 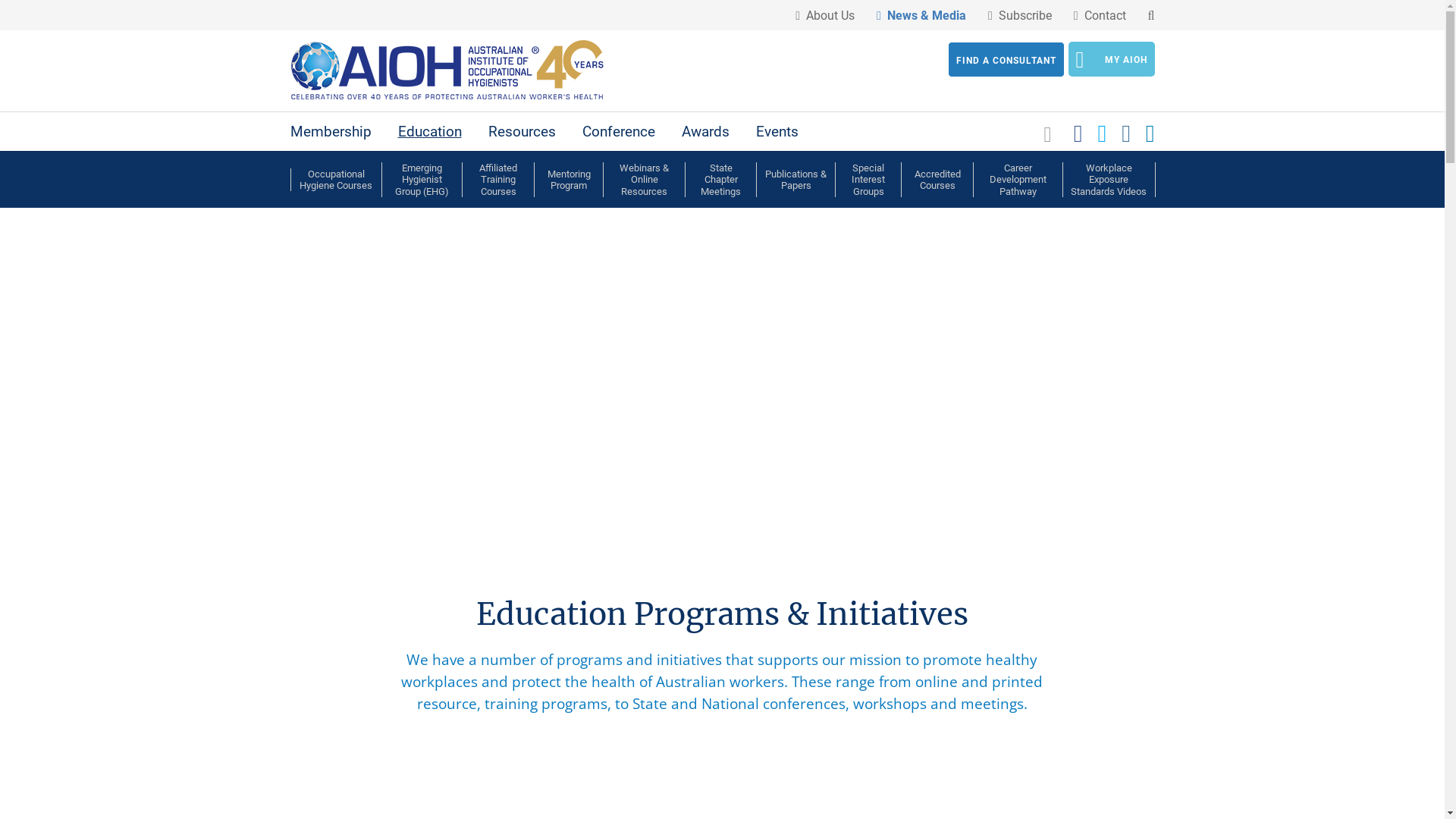 I want to click on 'Special Interest Groups', so click(x=868, y=178).